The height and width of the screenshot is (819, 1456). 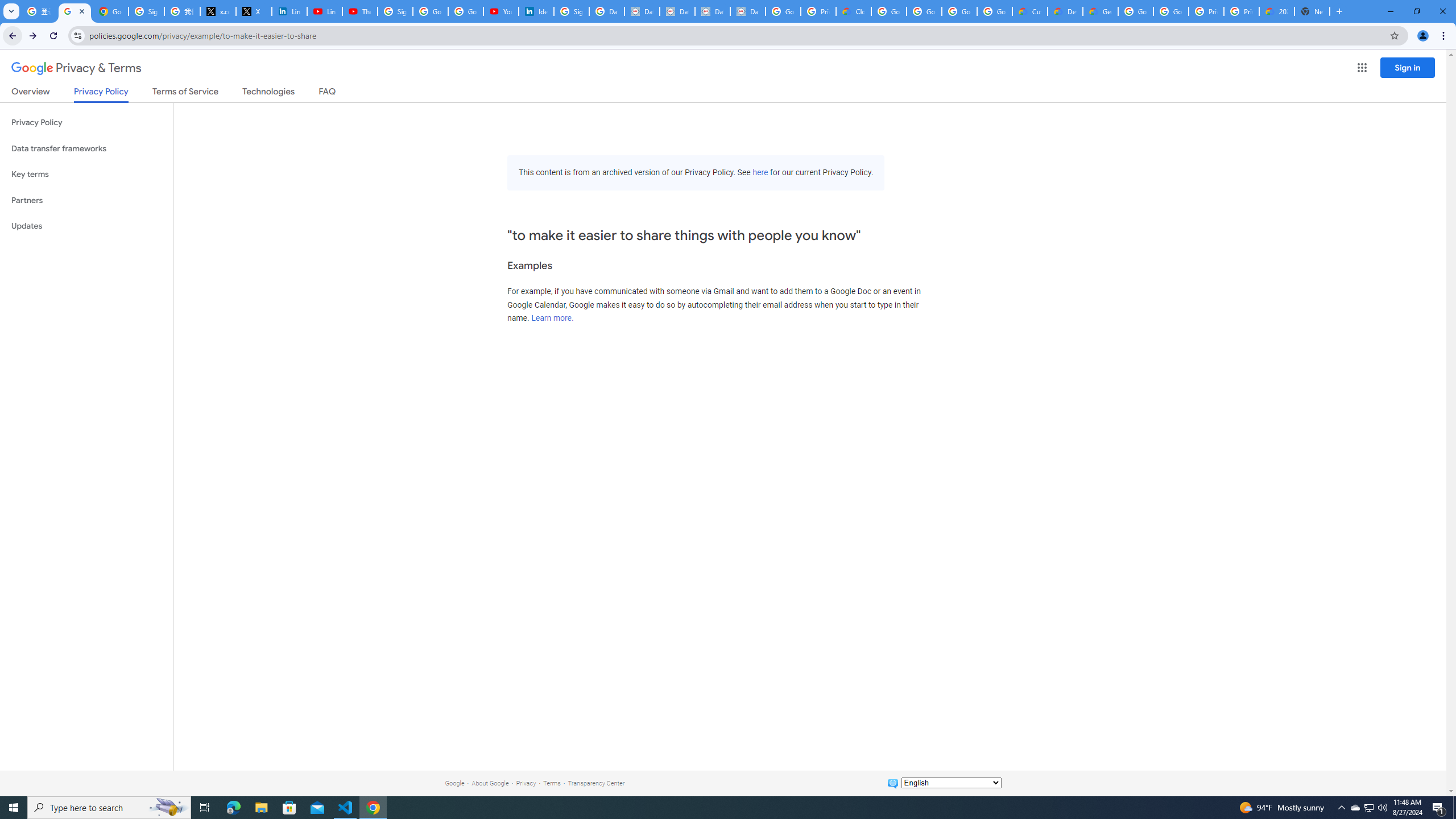 I want to click on 'Customer Care | Google Cloud', so click(x=1029, y=11).